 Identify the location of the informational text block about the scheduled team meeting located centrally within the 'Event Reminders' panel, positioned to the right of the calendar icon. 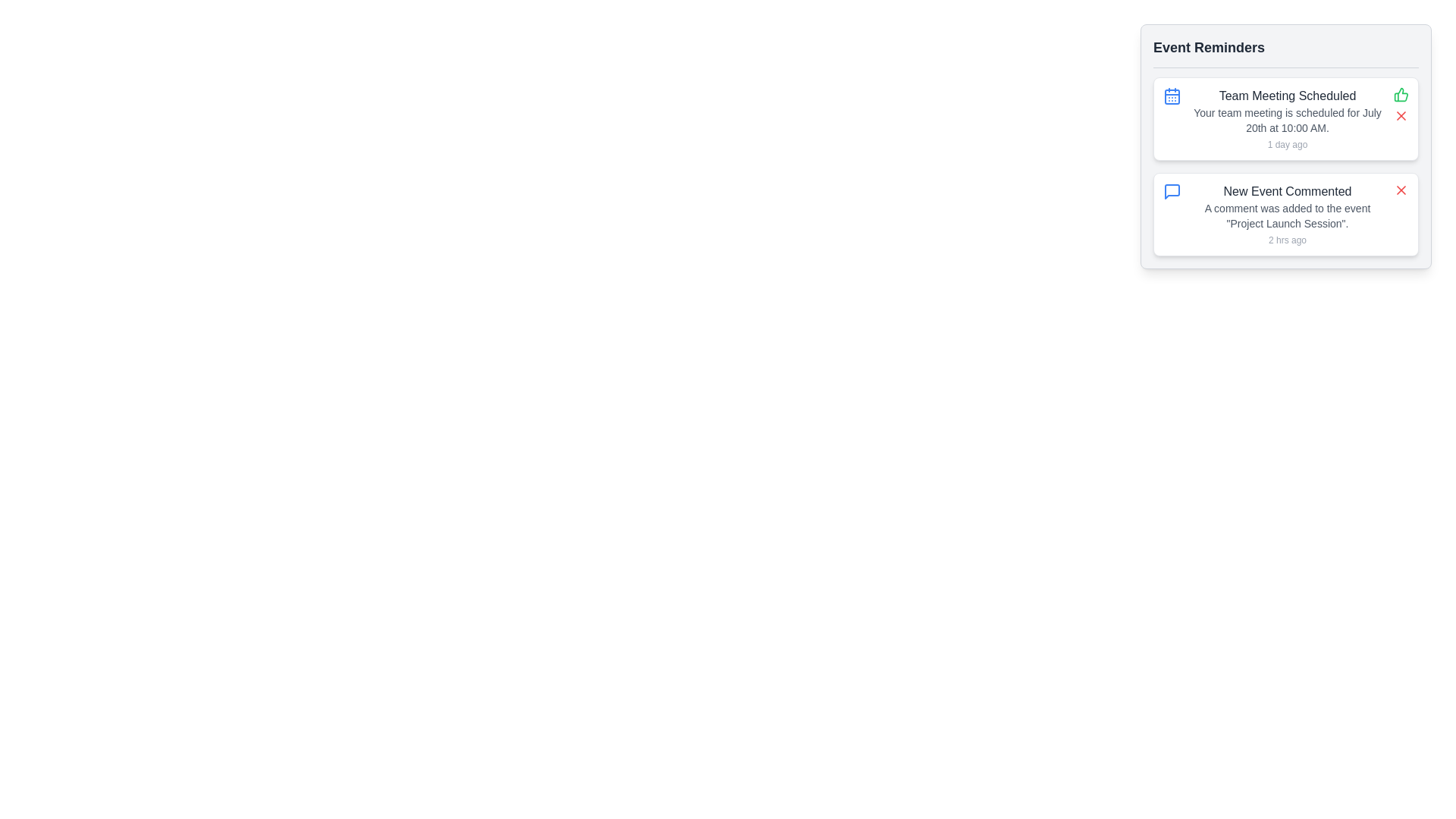
(1287, 118).